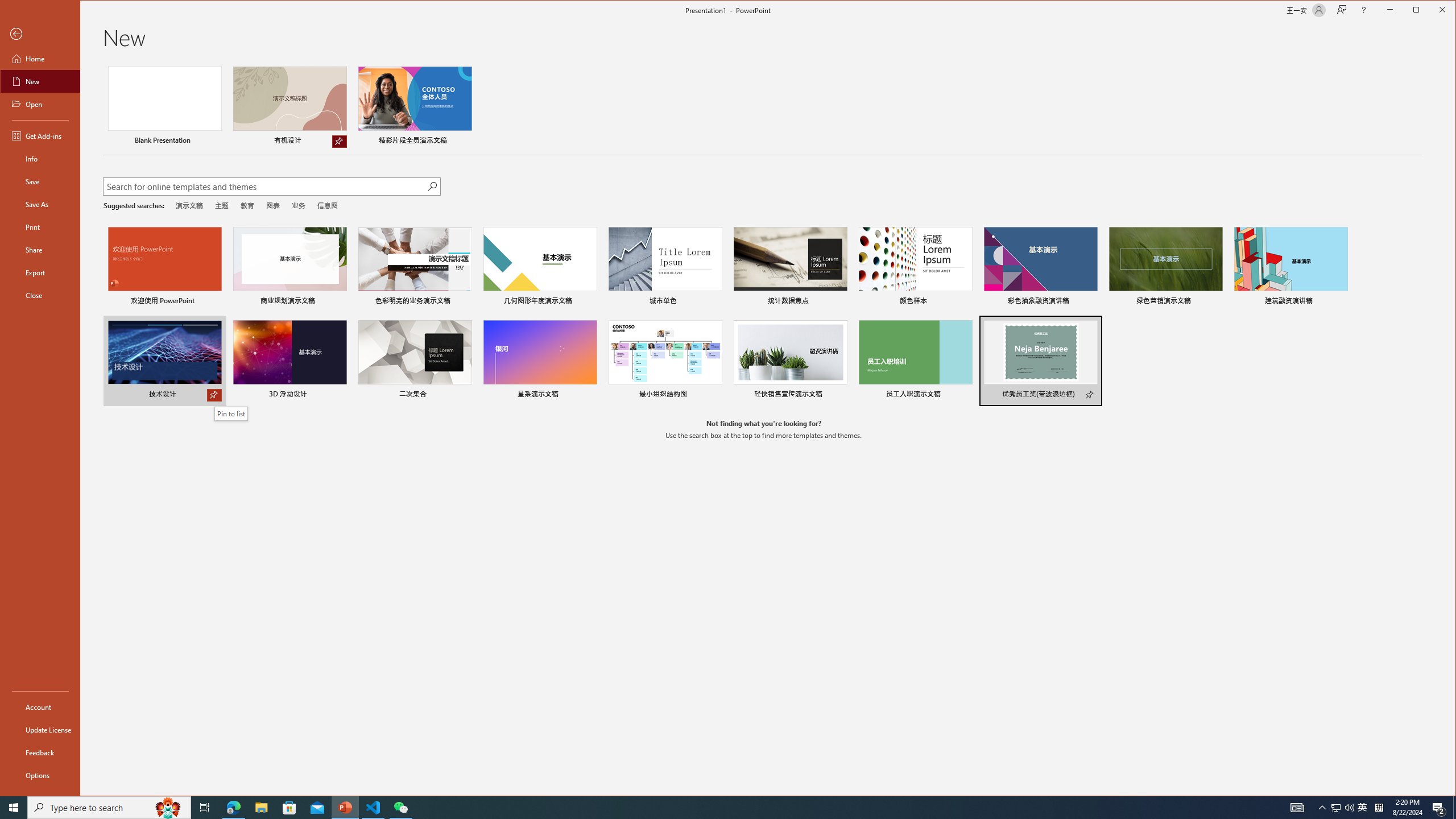  What do you see at coordinates (164, 106) in the screenshot?
I see `'Blank Presentation'` at bounding box center [164, 106].